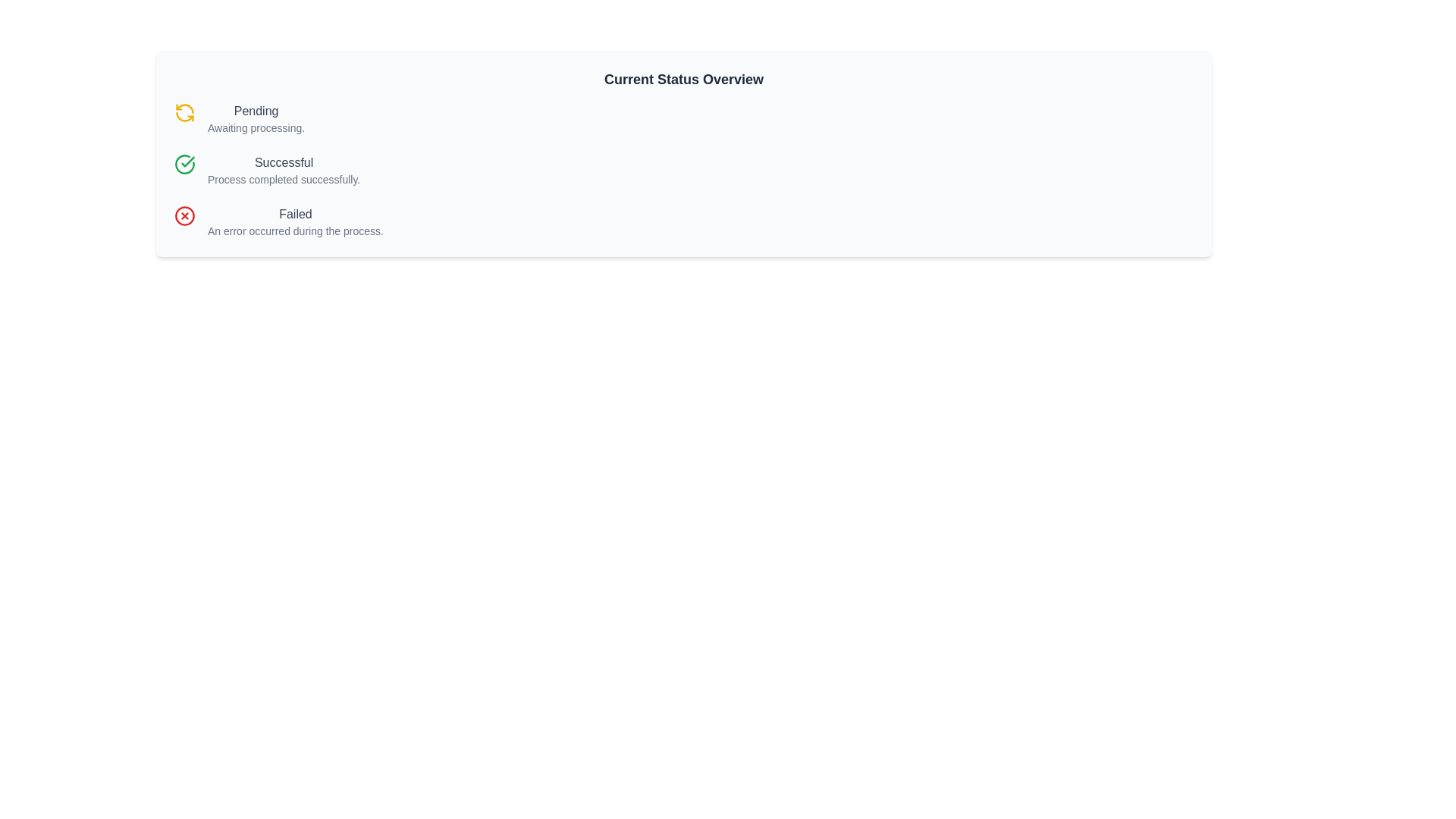 This screenshot has width=1456, height=819. I want to click on the text label displaying the status 'Pending' with additional details 'Awaiting processing.' located at the top-left section of the interface, so click(256, 118).